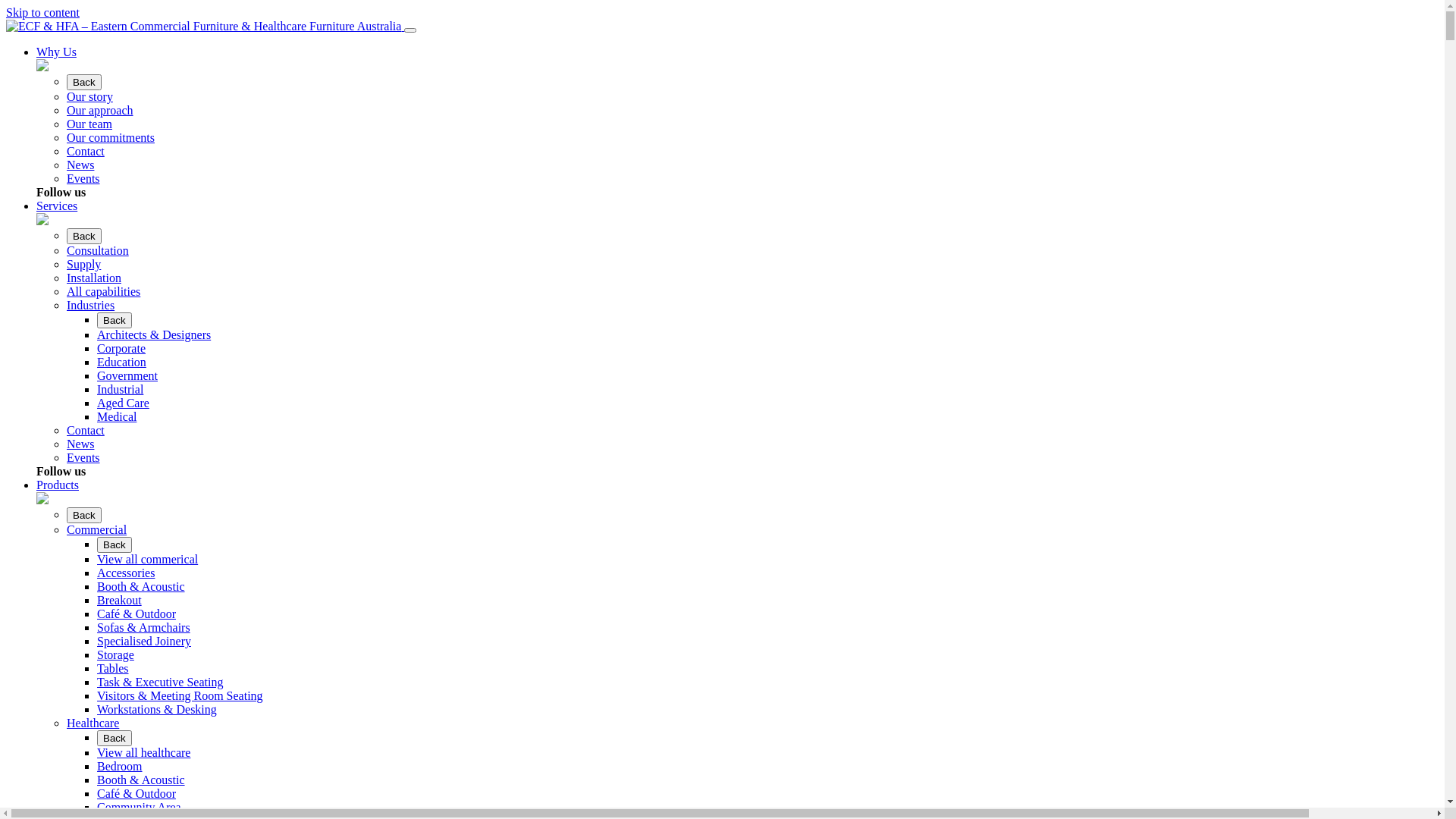 The image size is (1456, 819). I want to click on 'Skip to content', so click(42, 12).